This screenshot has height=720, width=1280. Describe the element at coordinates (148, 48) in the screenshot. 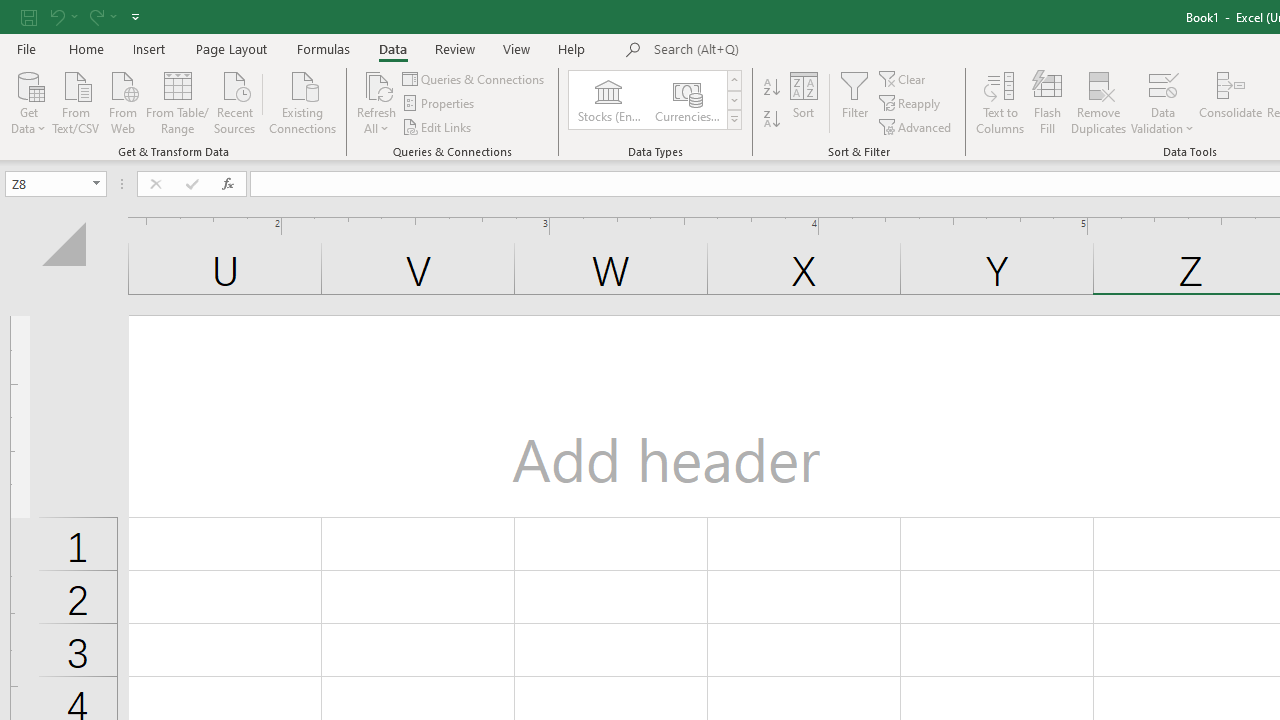

I see `'Insert'` at that location.